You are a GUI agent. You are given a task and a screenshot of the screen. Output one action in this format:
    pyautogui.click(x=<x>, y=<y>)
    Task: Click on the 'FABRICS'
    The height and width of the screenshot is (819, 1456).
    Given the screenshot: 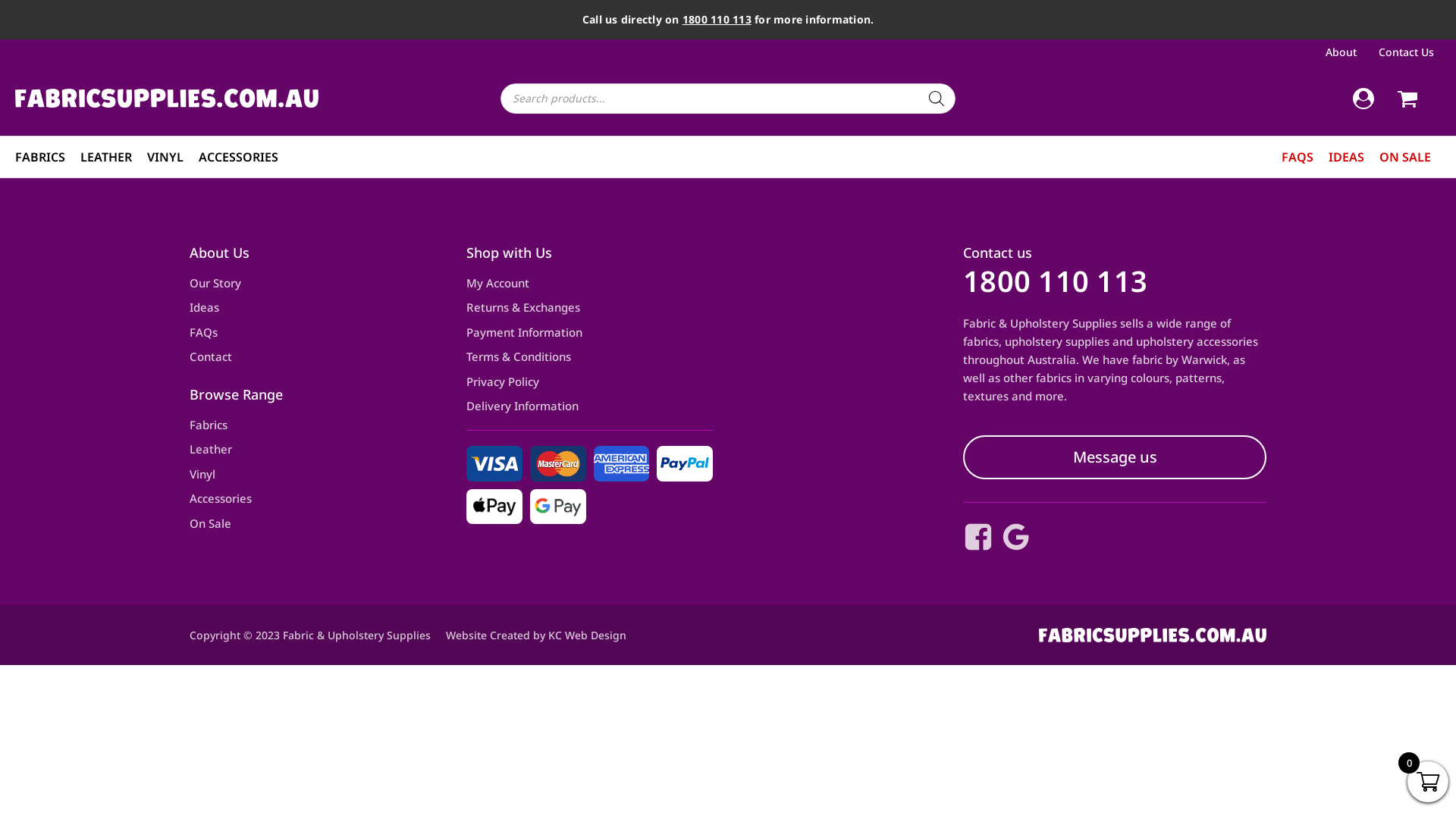 What is the action you would take?
    pyautogui.click(x=39, y=157)
    